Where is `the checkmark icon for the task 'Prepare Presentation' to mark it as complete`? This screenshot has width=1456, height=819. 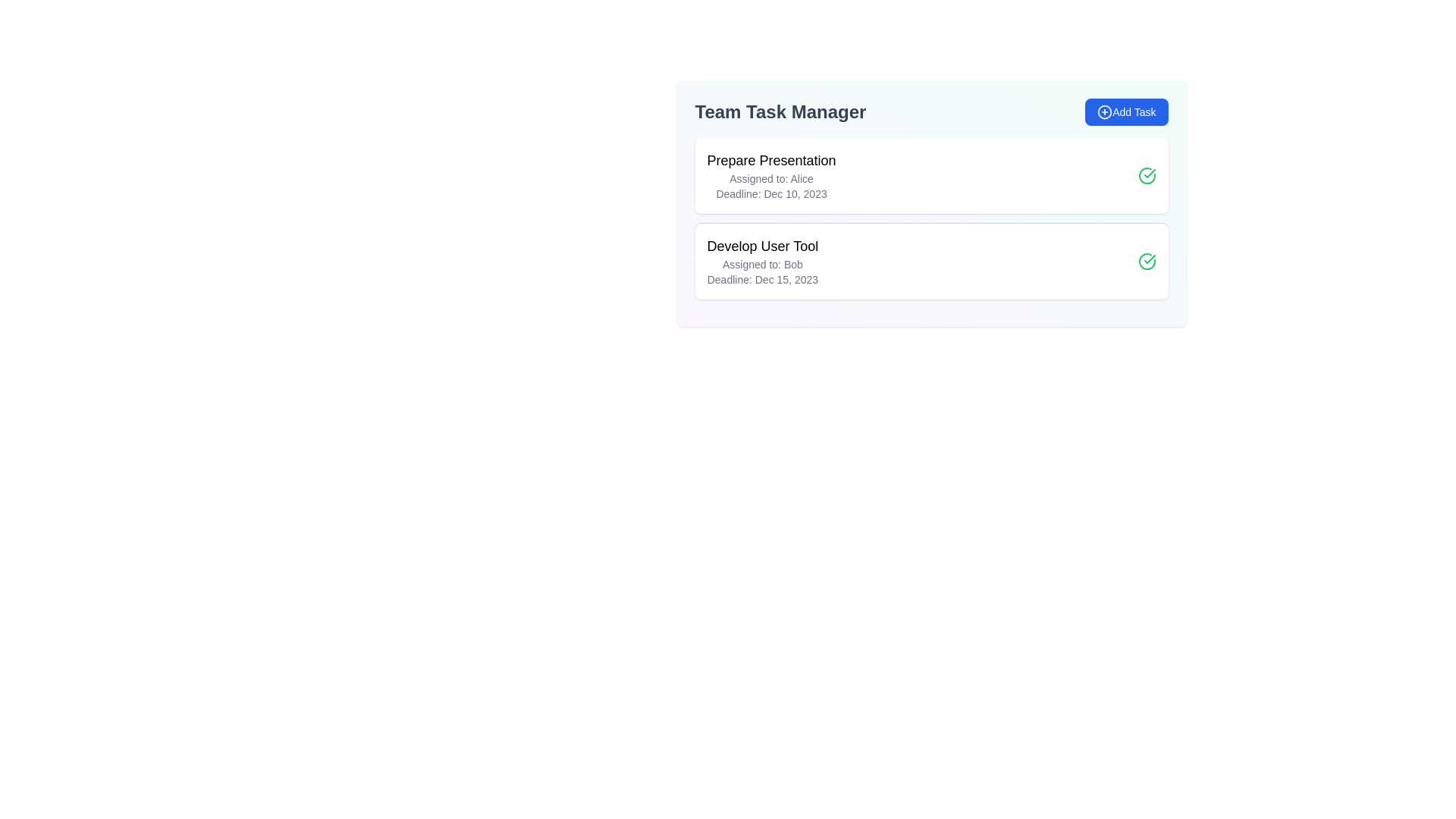 the checkmark icon for the task 'Prepare Presentation' to mark it as complete is located at coordinates (1147, 174).